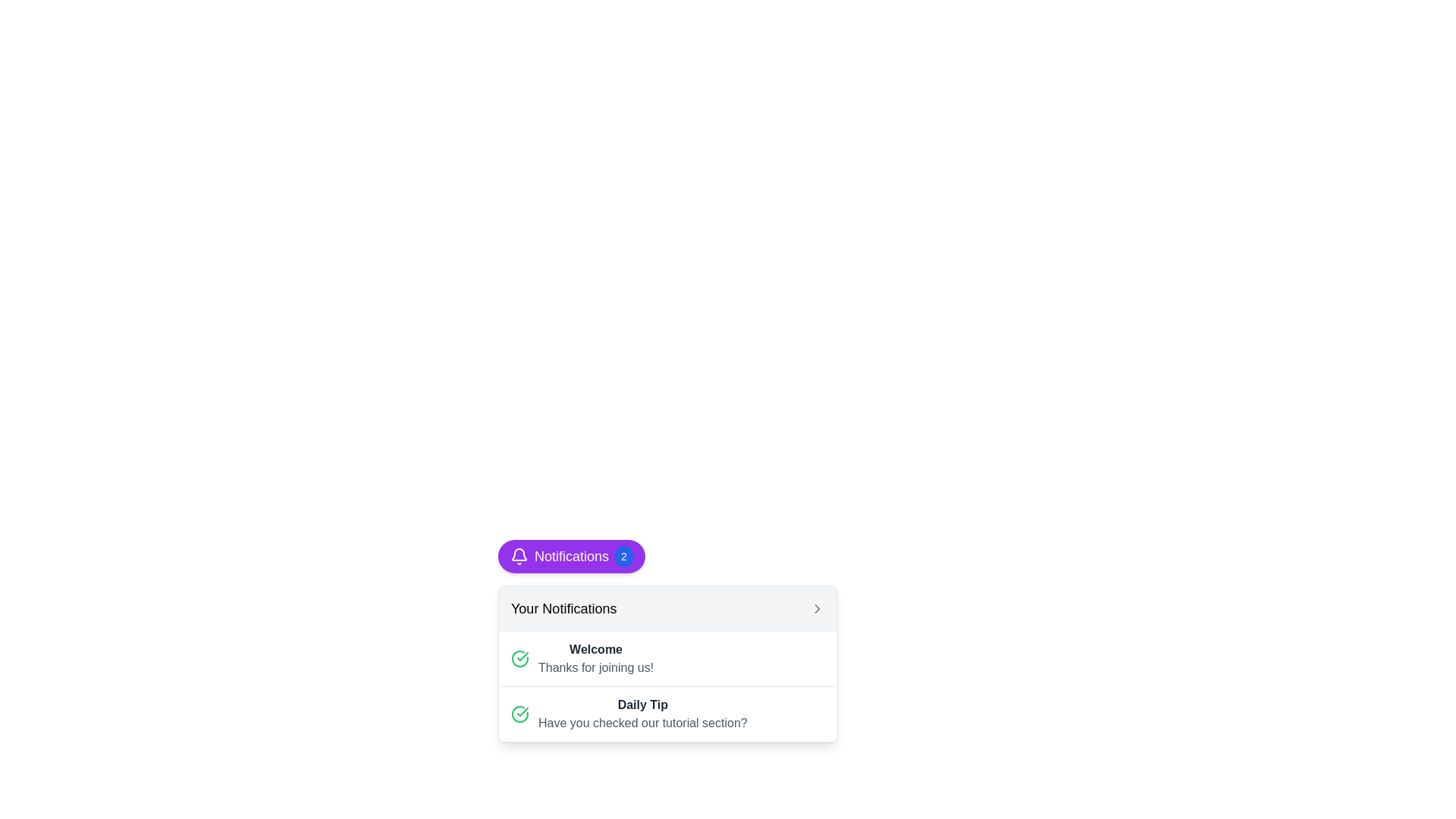 The height and width of the screenshot is (819, 1456). What do you see at coordinates (667, 714) in the screenshot?
I see `notification entry labeled 'Daily Tip' which contains the message 'Have you checked our tutorial section?'` at bounding box center [667, 714].